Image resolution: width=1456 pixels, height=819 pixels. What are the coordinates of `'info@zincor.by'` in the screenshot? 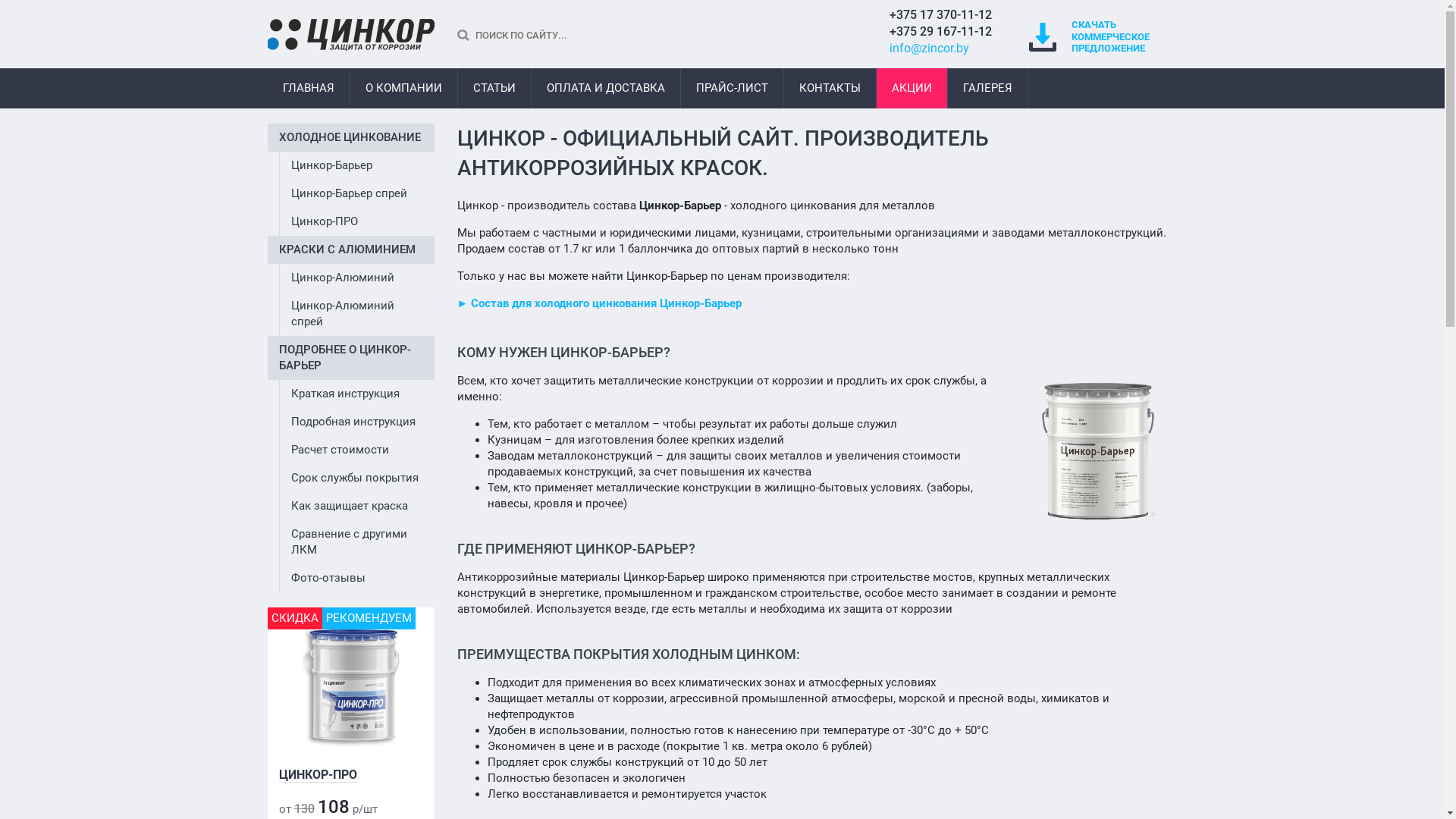 It's located at (927, 47).